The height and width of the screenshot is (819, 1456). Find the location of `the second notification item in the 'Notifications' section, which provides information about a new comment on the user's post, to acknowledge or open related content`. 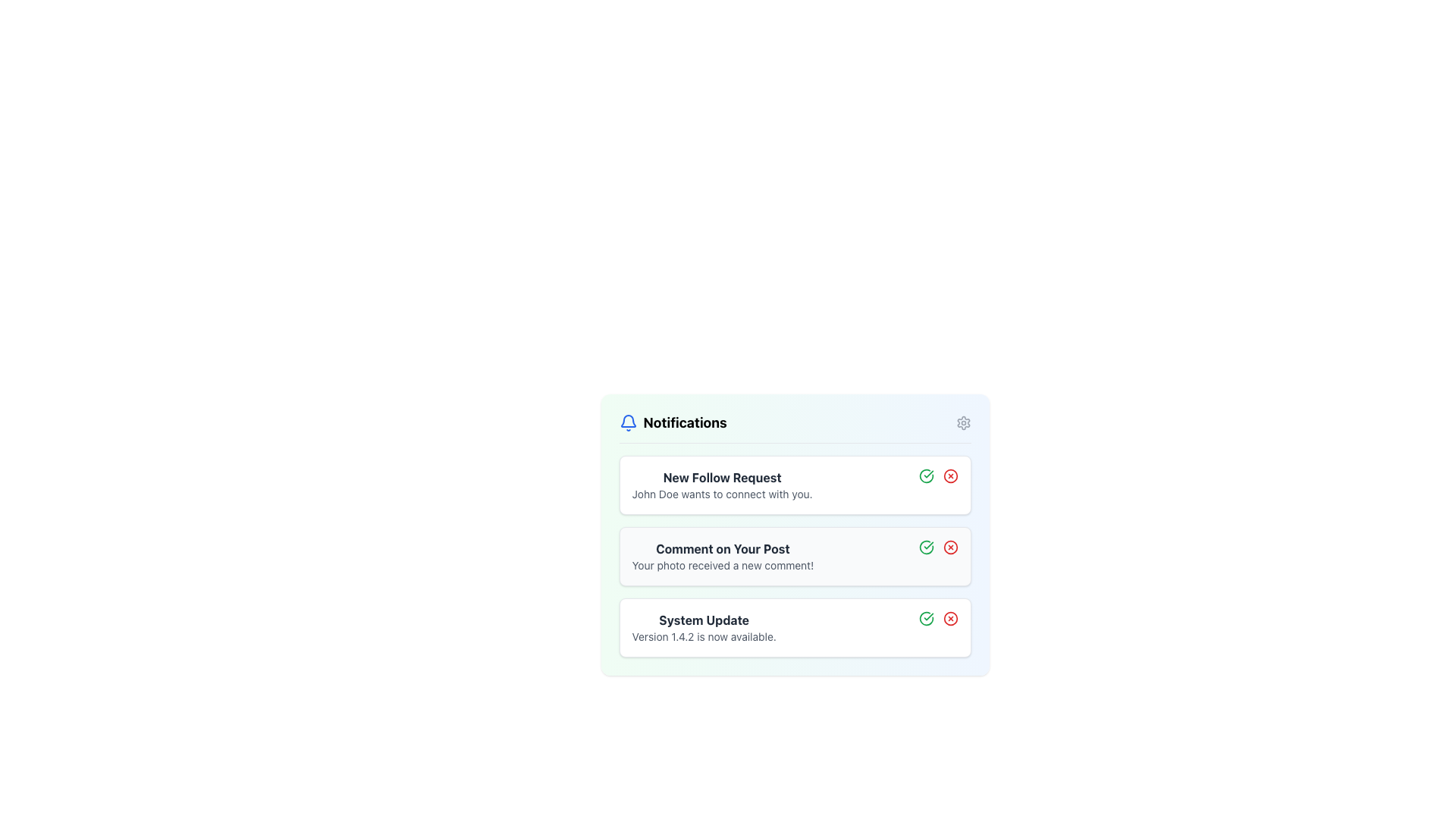

the second notification item in the 'Notifications' section, which provides information about a new comment on the user's post, to acknowledge or open related content is located at coordinates (722, 556).